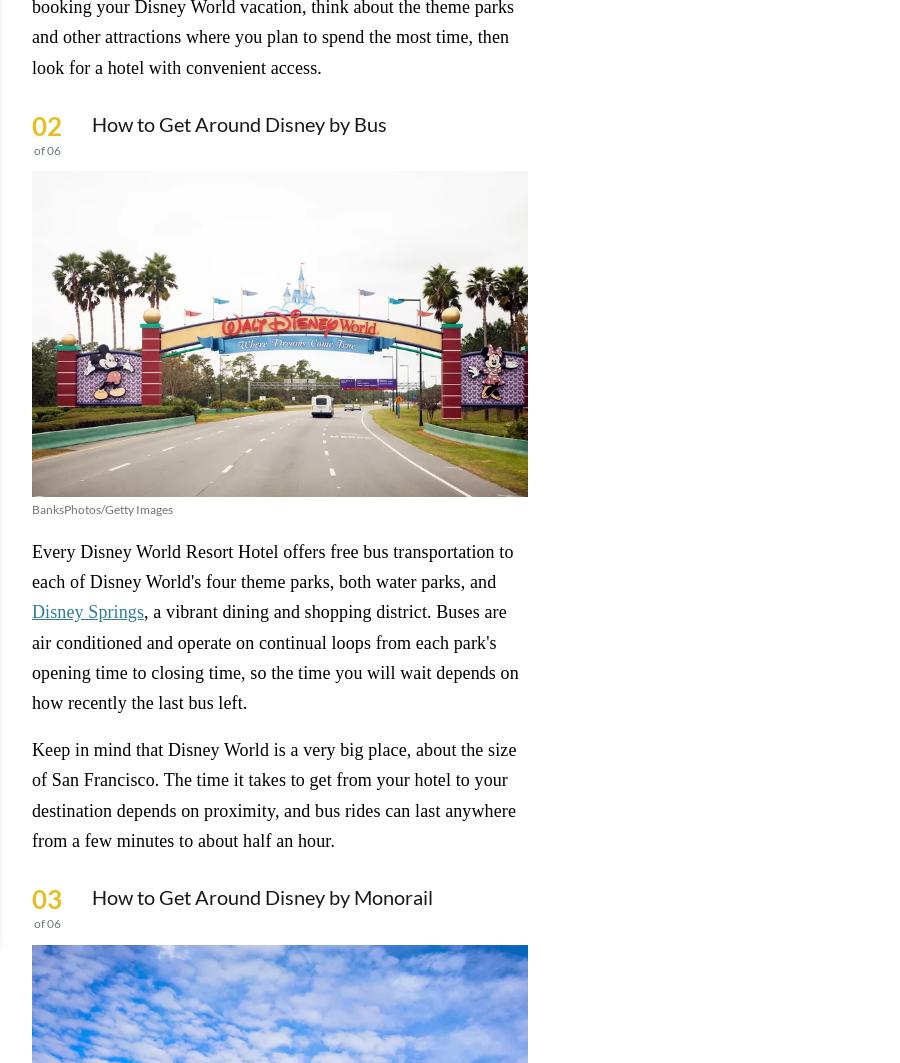  Describe the element at coordinates (87, 610) in the screenshot. I see `'Disney Springs'` at that location.